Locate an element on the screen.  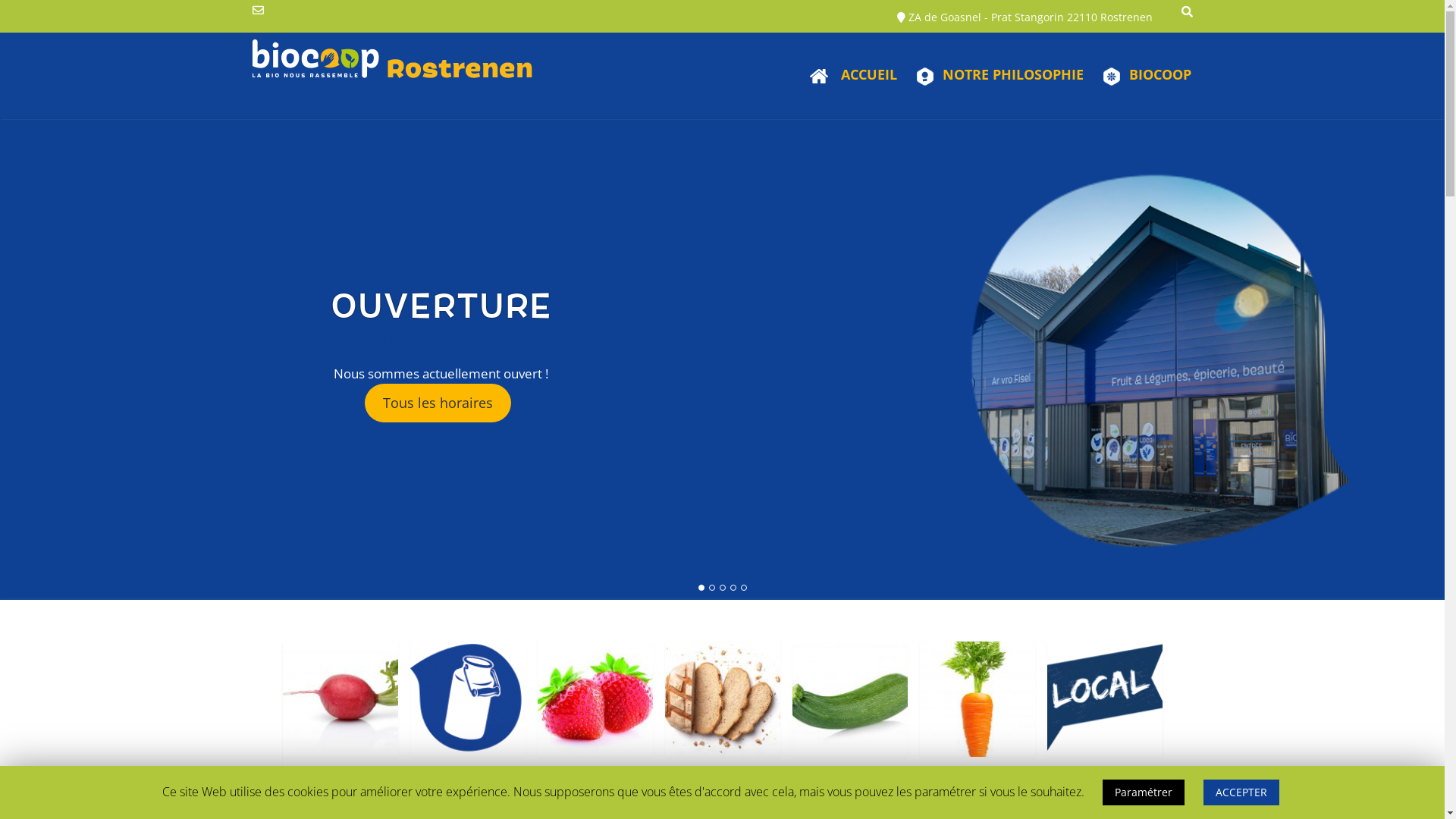
'3' is located at coordinates (722, 585).